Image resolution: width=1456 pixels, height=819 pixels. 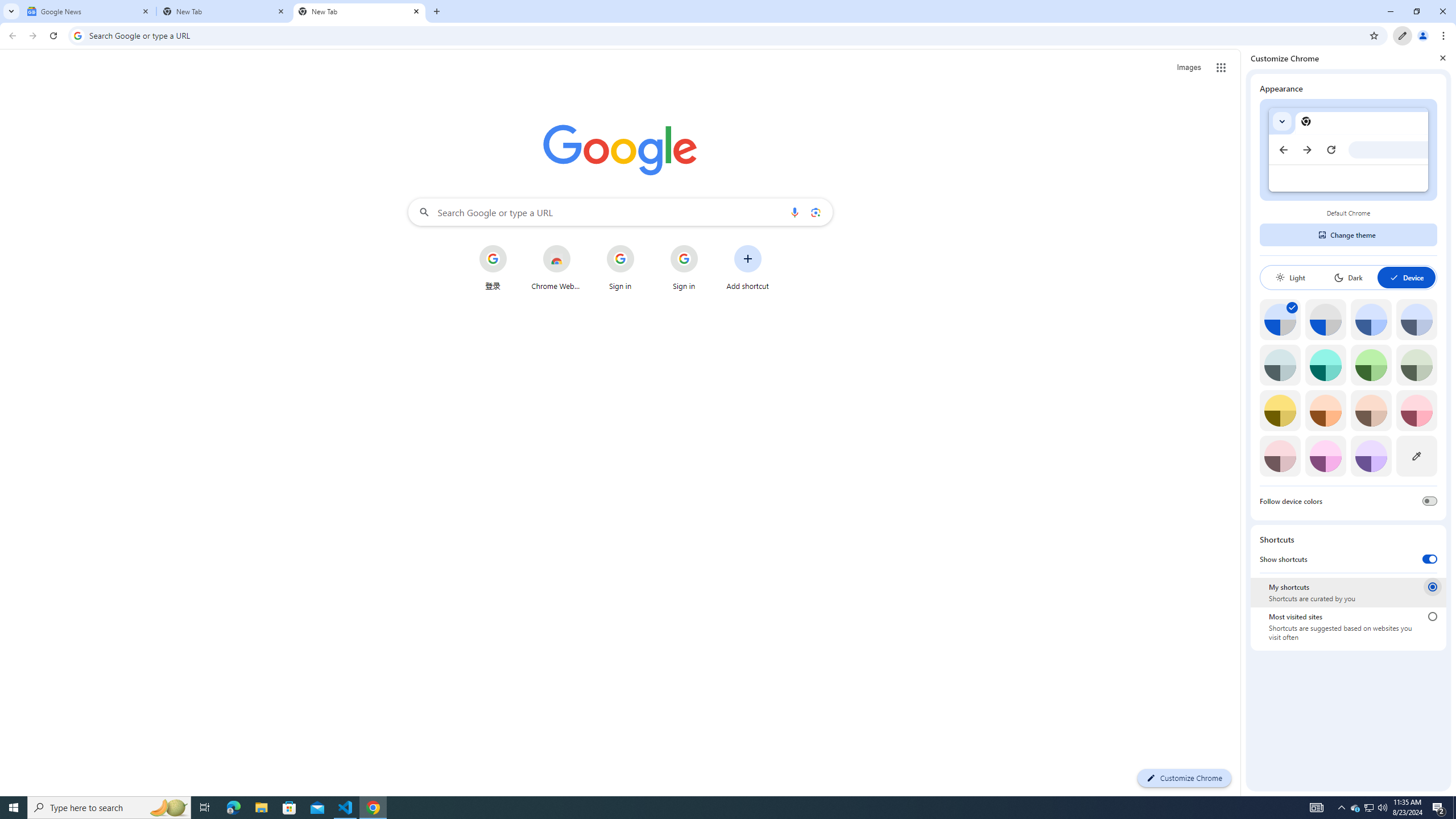 What do you see at coordinates (88, 11) in the screenshot?
I see `'Google News'` at bounding box center [88, 11].